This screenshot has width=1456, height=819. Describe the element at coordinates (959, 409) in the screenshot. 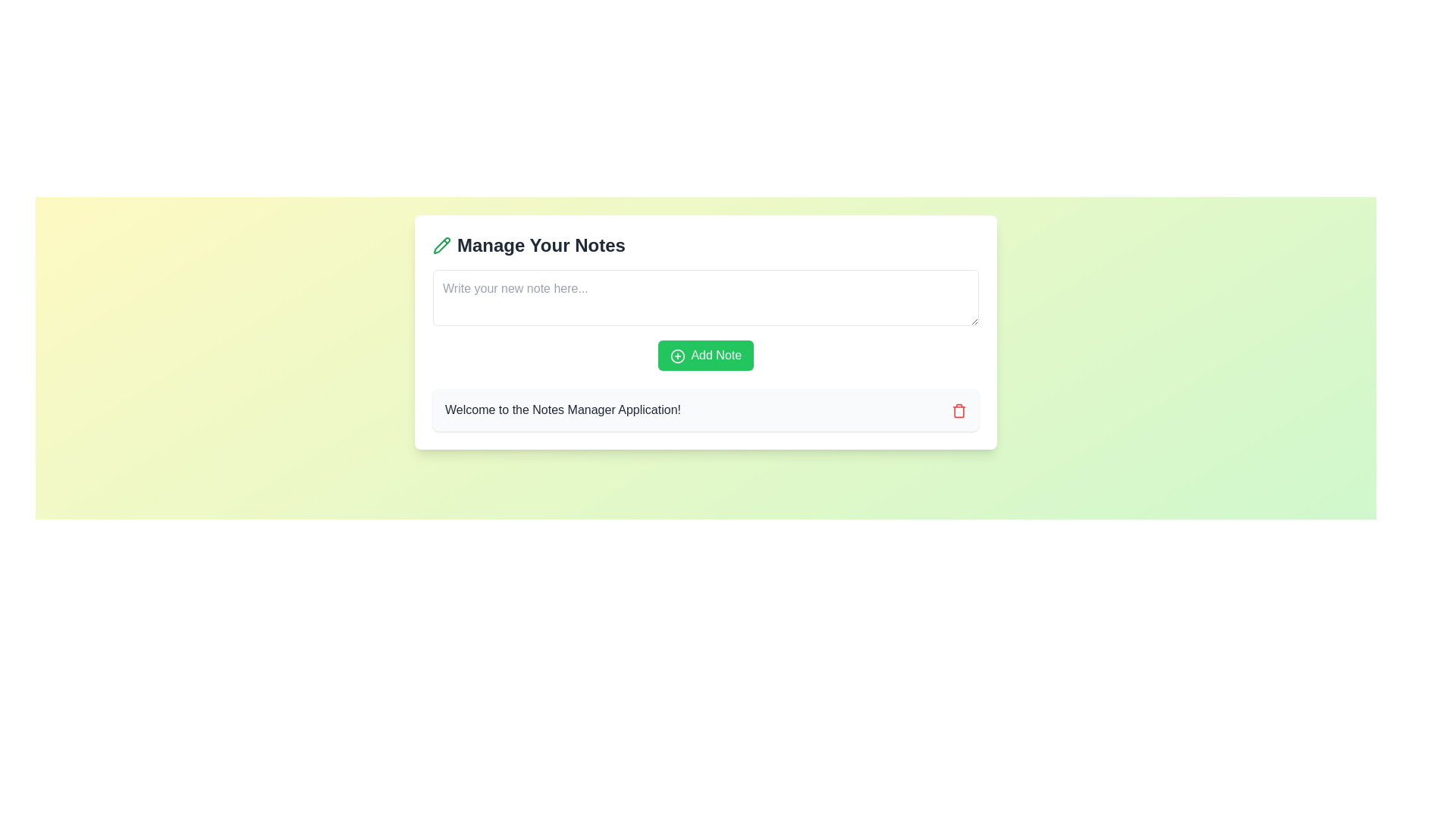

I see `the red trash can icon button located at the top-right end of the card containing the text 'Welcome to the Notes Manager Application!'` at that location.